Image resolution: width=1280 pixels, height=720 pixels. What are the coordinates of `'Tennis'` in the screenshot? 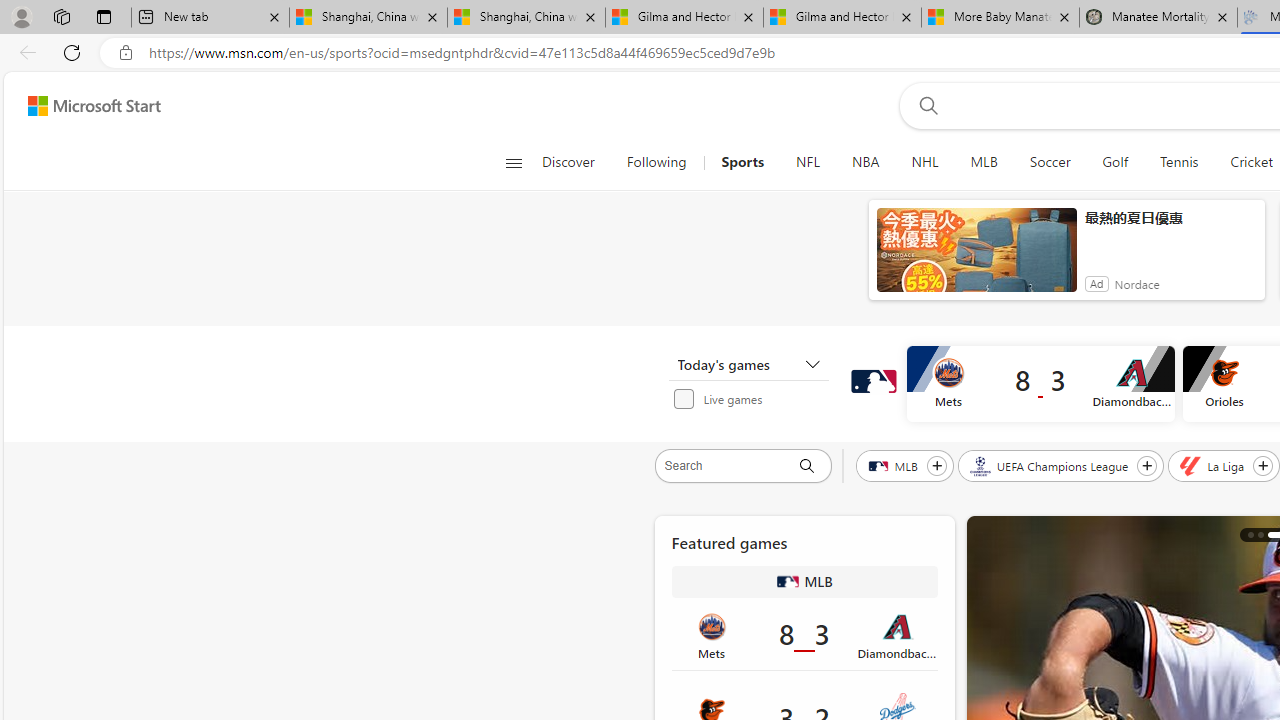 It's located at (1179, 162).